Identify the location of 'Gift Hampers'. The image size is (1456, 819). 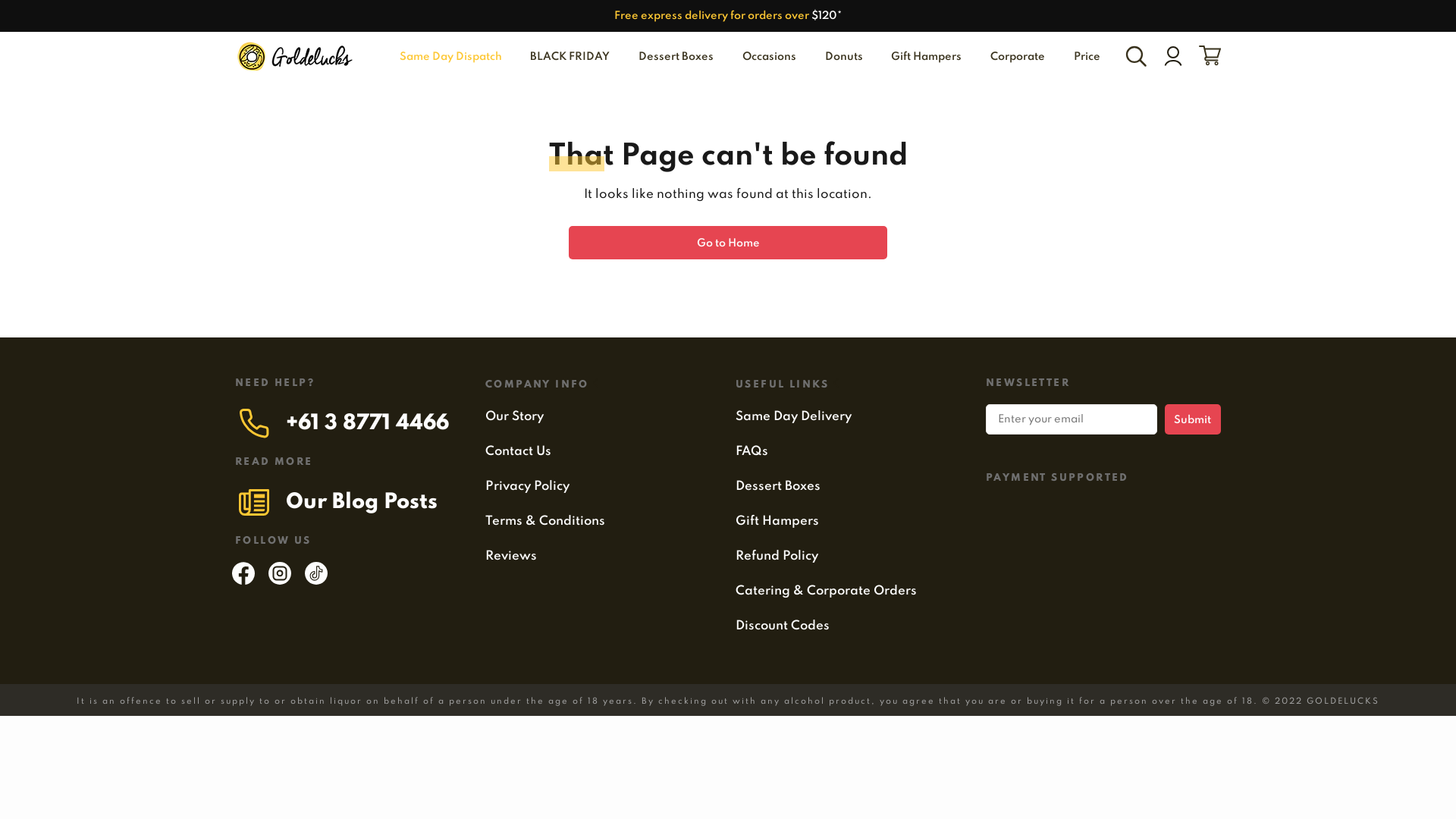
(735, 519).